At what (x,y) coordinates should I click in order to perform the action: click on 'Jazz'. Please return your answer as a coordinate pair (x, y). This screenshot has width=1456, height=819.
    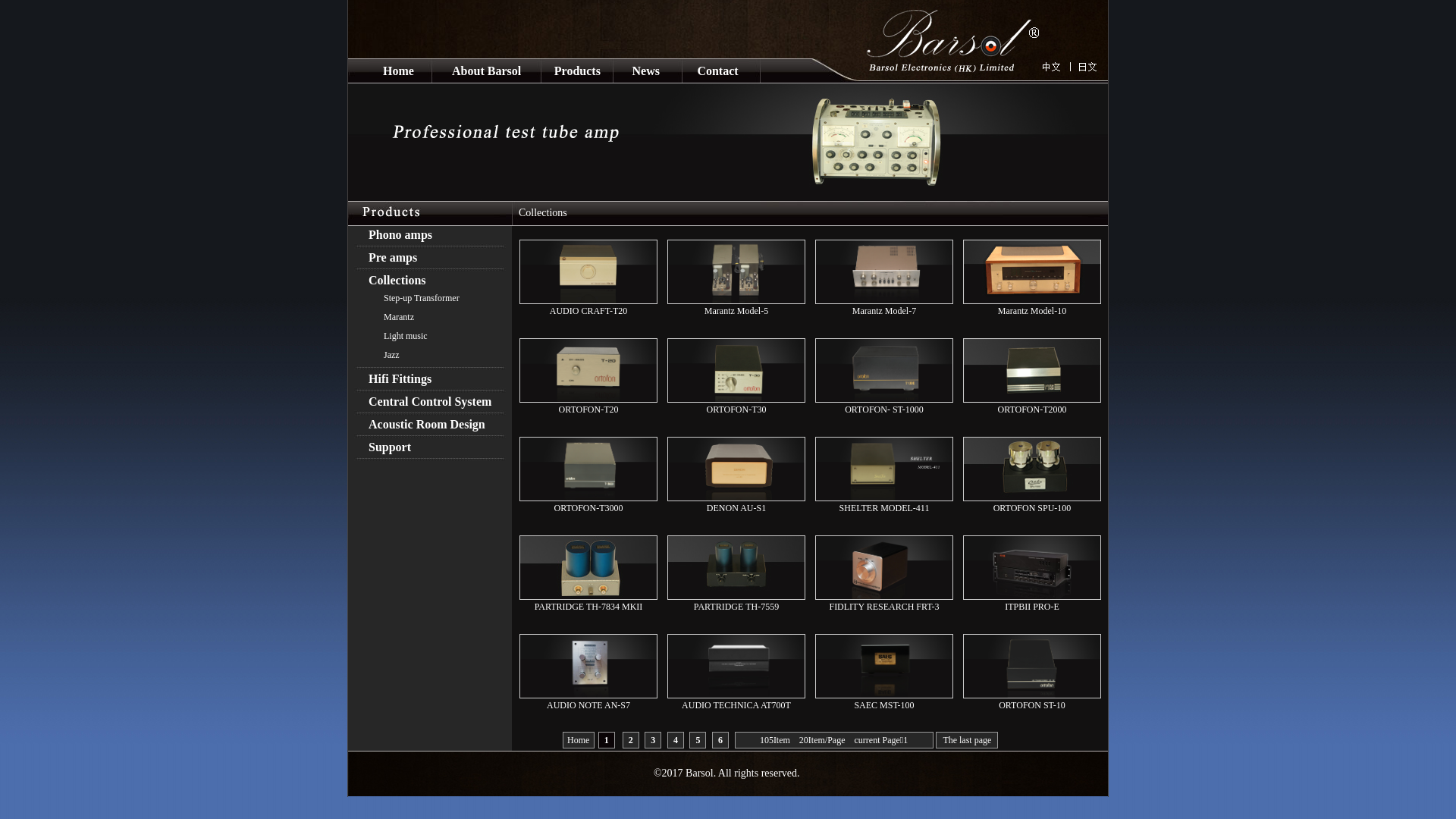
    Looking at the image, I should click on (347, 355).